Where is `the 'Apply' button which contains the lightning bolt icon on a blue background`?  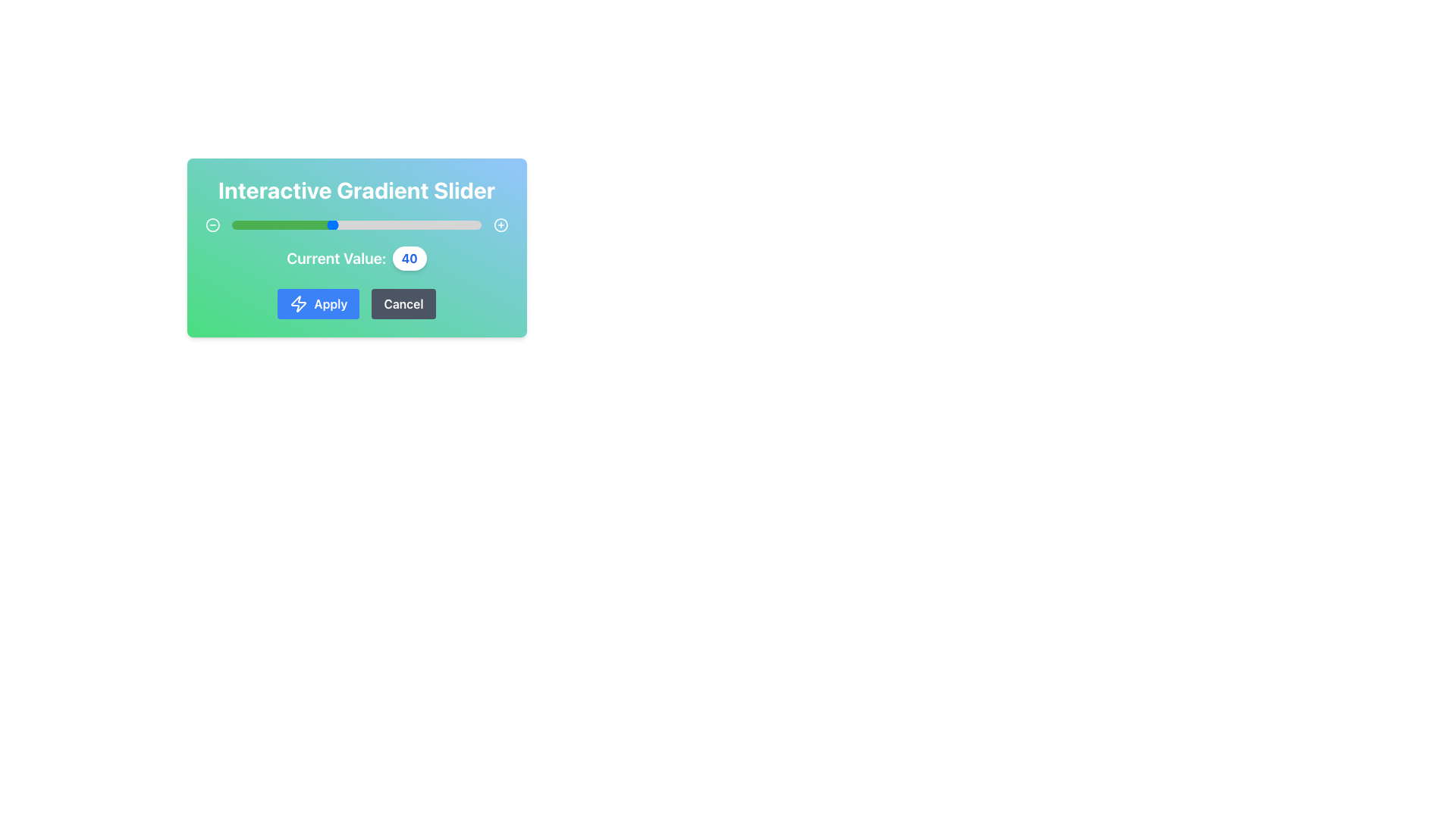 the 'Apply' button which contains the lightning bolt icon on a blue background is located at coordinates (299, 304).